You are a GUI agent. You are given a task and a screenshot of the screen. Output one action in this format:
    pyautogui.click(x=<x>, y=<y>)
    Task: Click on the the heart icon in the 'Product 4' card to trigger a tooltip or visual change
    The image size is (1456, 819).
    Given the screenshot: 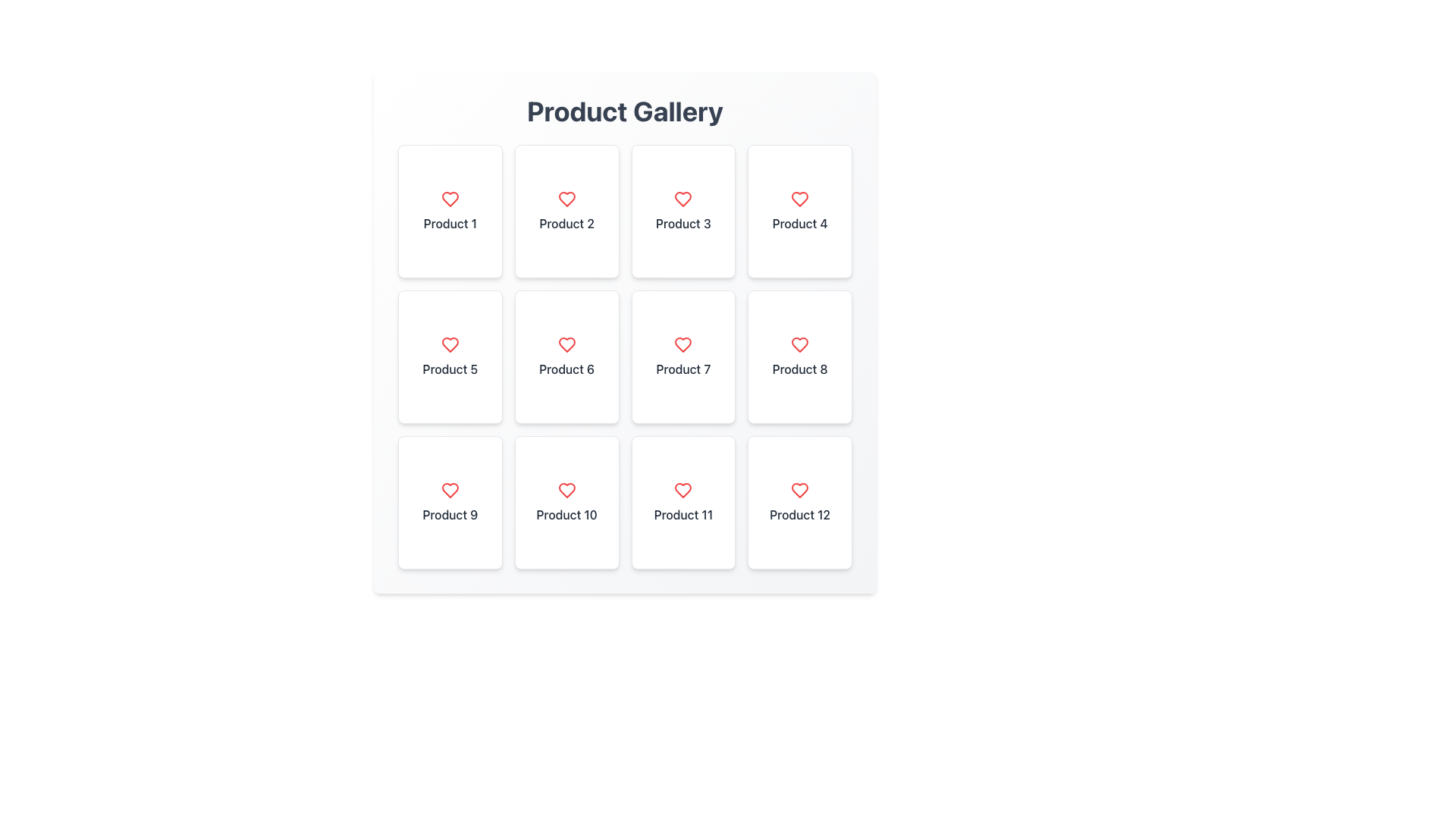 What is the action you would take?
    pyautogui.click(x=799, y=198)
    